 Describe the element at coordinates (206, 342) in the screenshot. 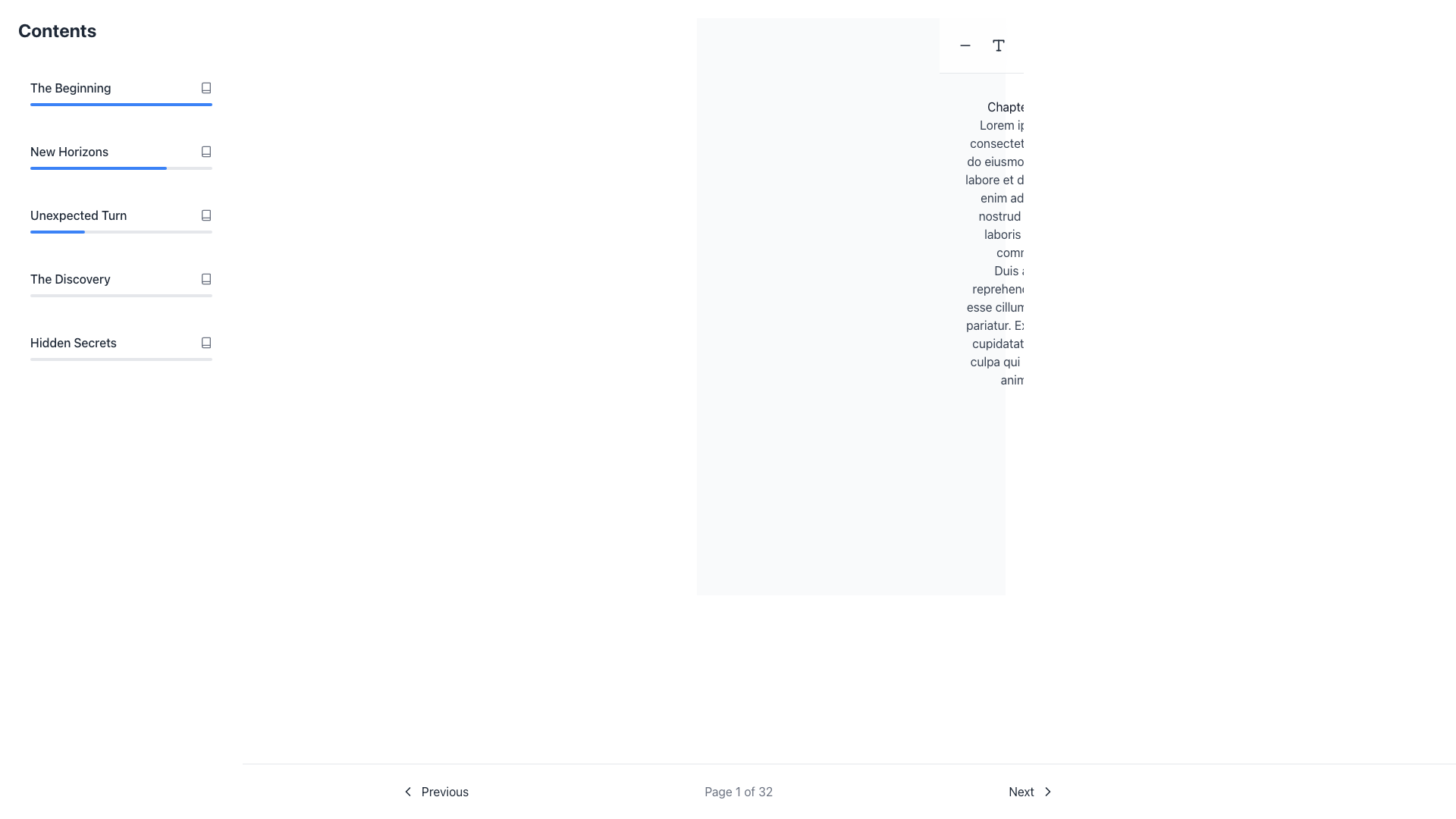

I see `the book icon adjacent to the text label 'Hidden Secrets', which has a symmetrical outline and is gray in color` at that location.